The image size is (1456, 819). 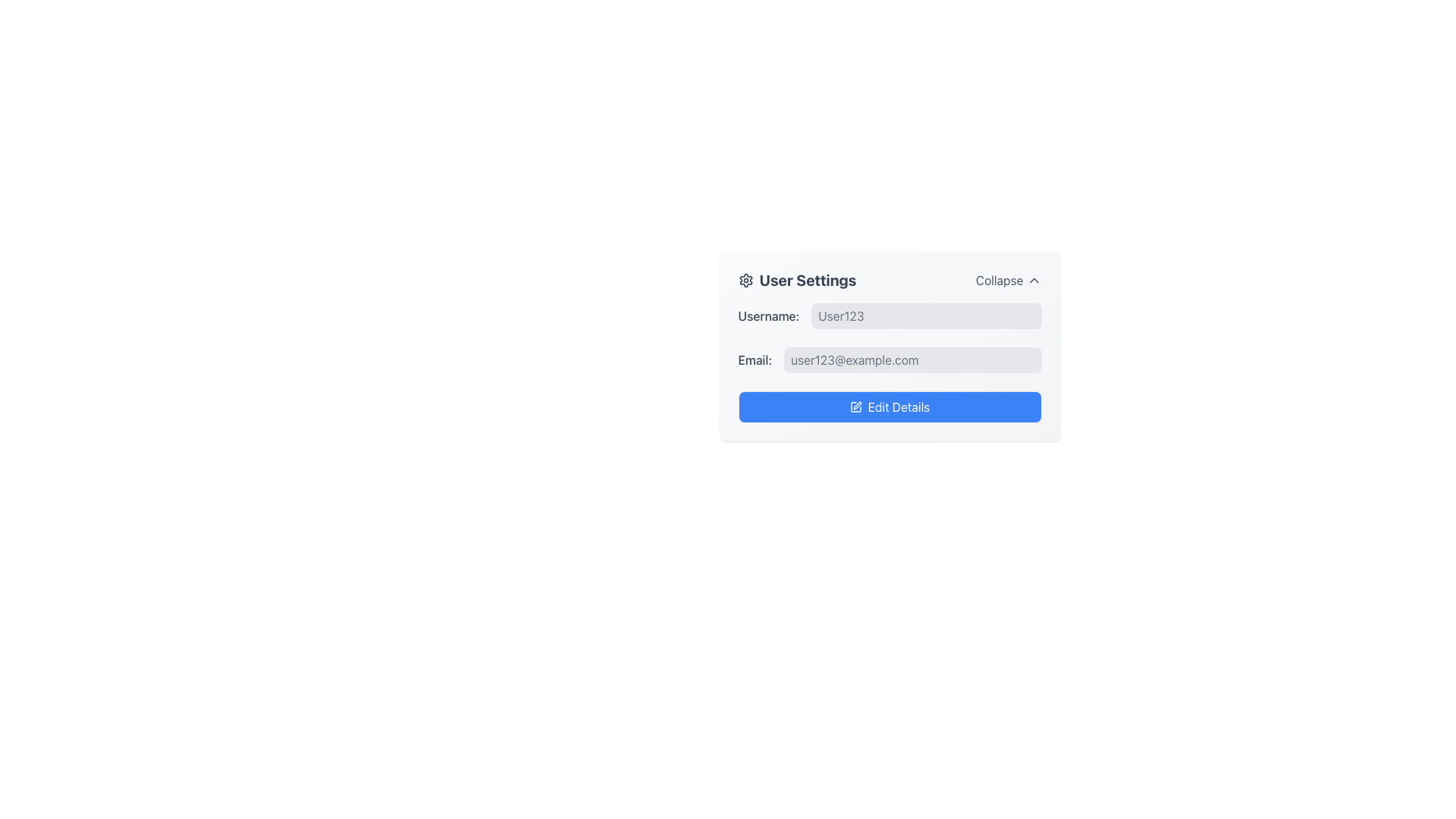 What do you see at coordinates (796, 281) in the screenshot?
I see `the 'User Settings' text label, which is a bold, extra-large header located adjacent to the gear icon in the top section of the settings panel` at bounding box center [796, 281].